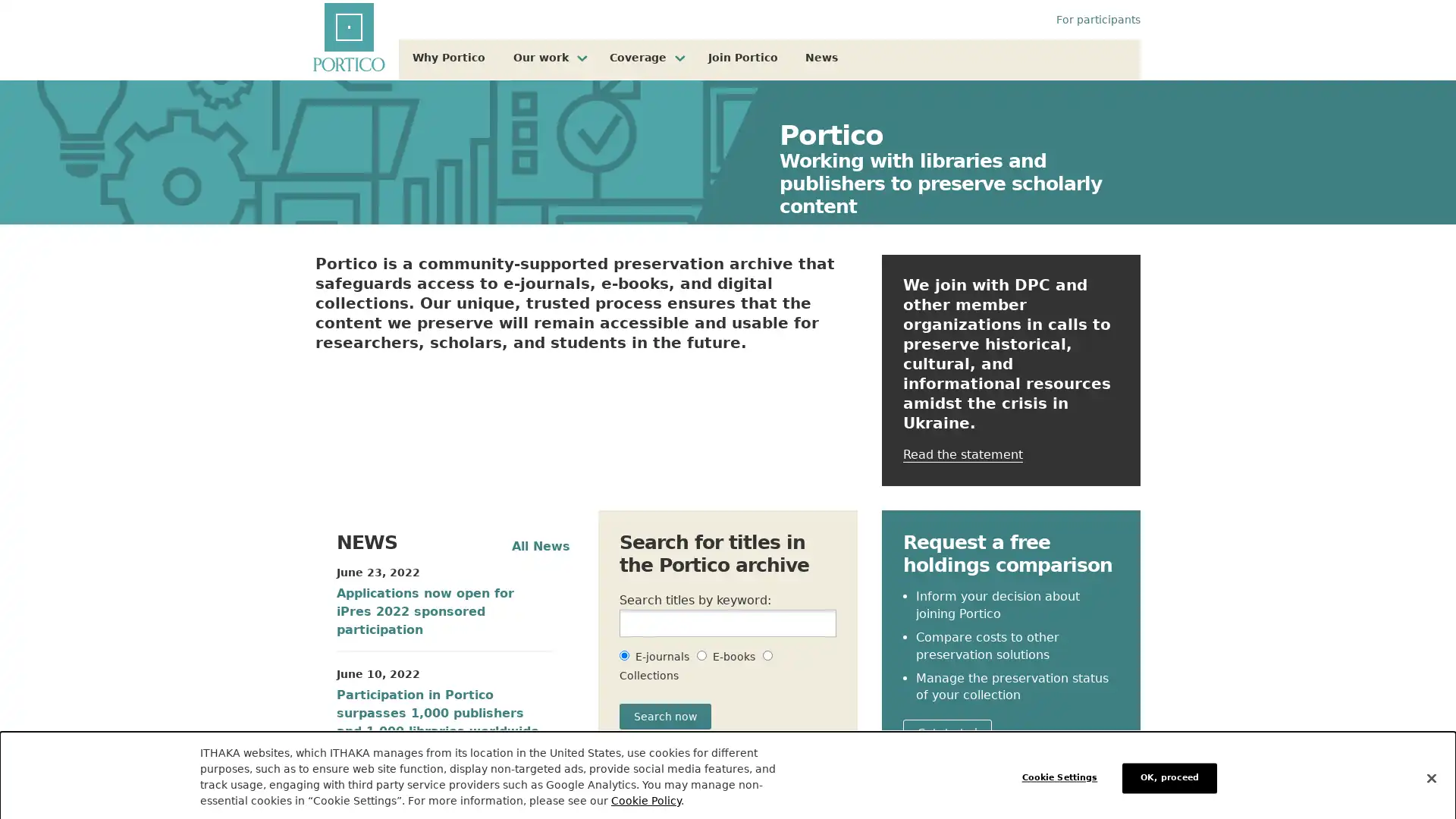  I want to click on Cookie Settings, so click(1062, 770).